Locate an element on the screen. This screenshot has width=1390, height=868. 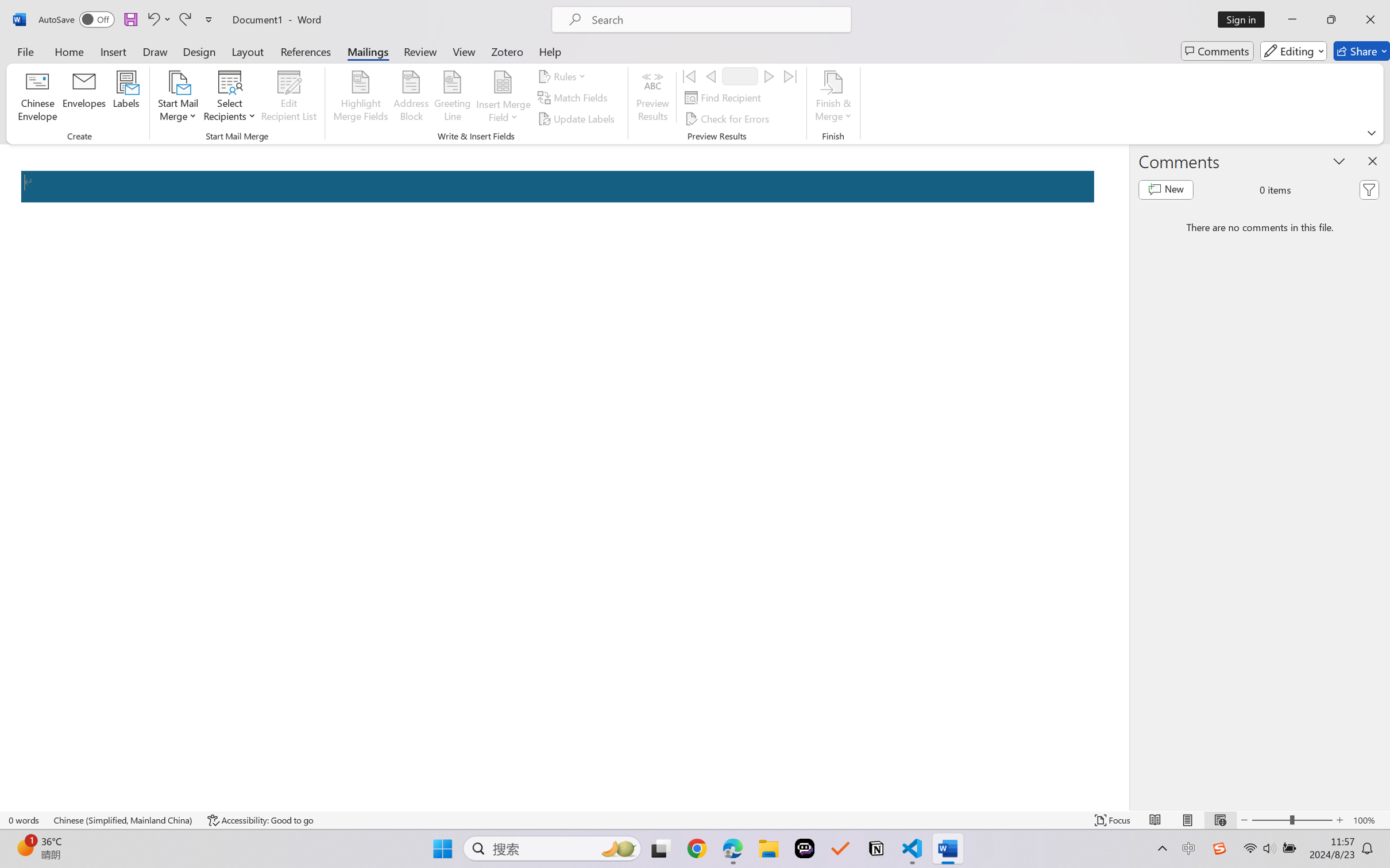
'First' is located at coordinates (689, 75).